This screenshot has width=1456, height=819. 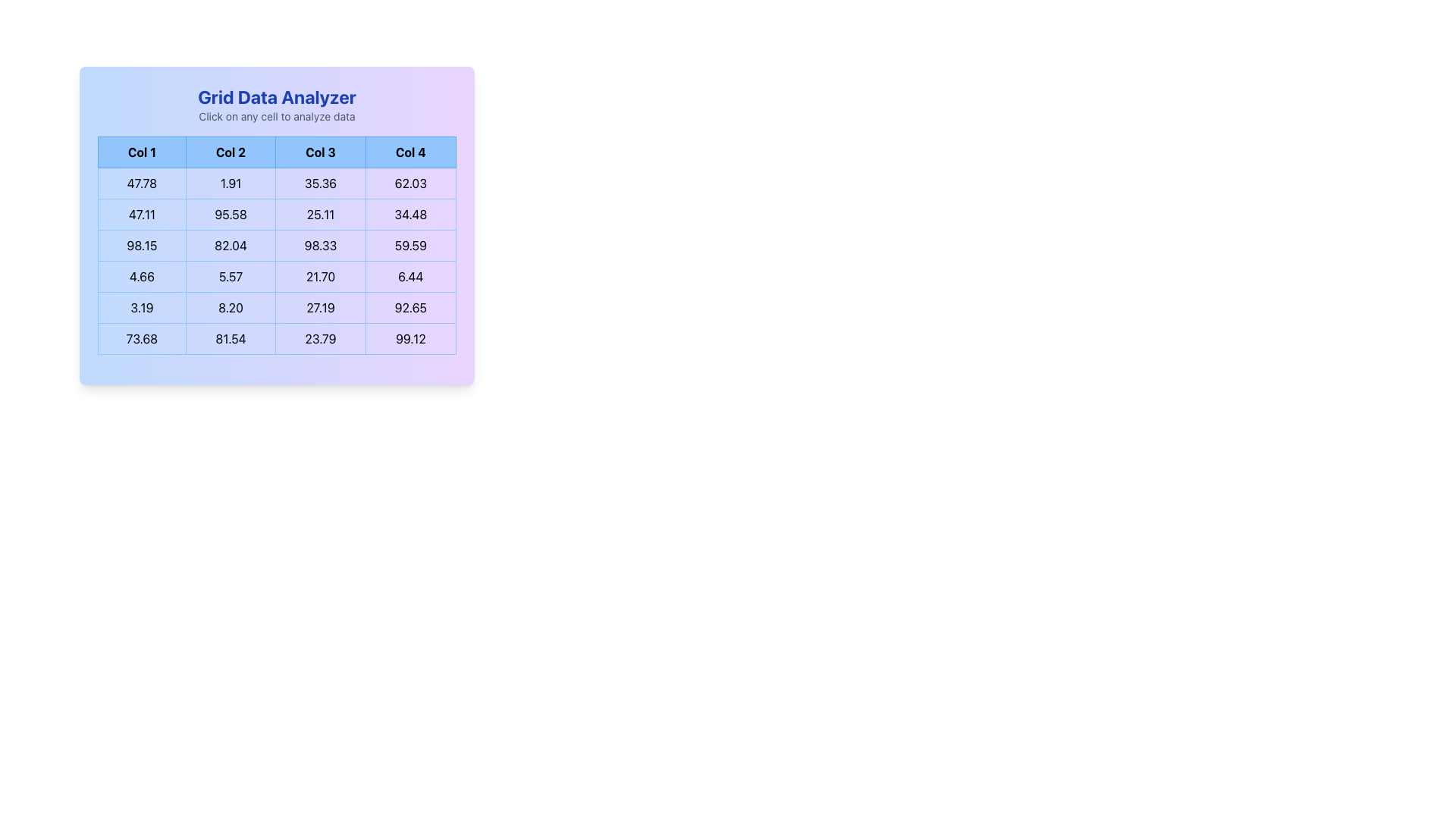 What do you see at coordinates (319, 183) in the screenshot?
I see `the data cell displaying the text '35.36', which is styled with padding and a blue border, and is positioned as the third cell in the first row of the grid layout` at bounding box center [319, 183].